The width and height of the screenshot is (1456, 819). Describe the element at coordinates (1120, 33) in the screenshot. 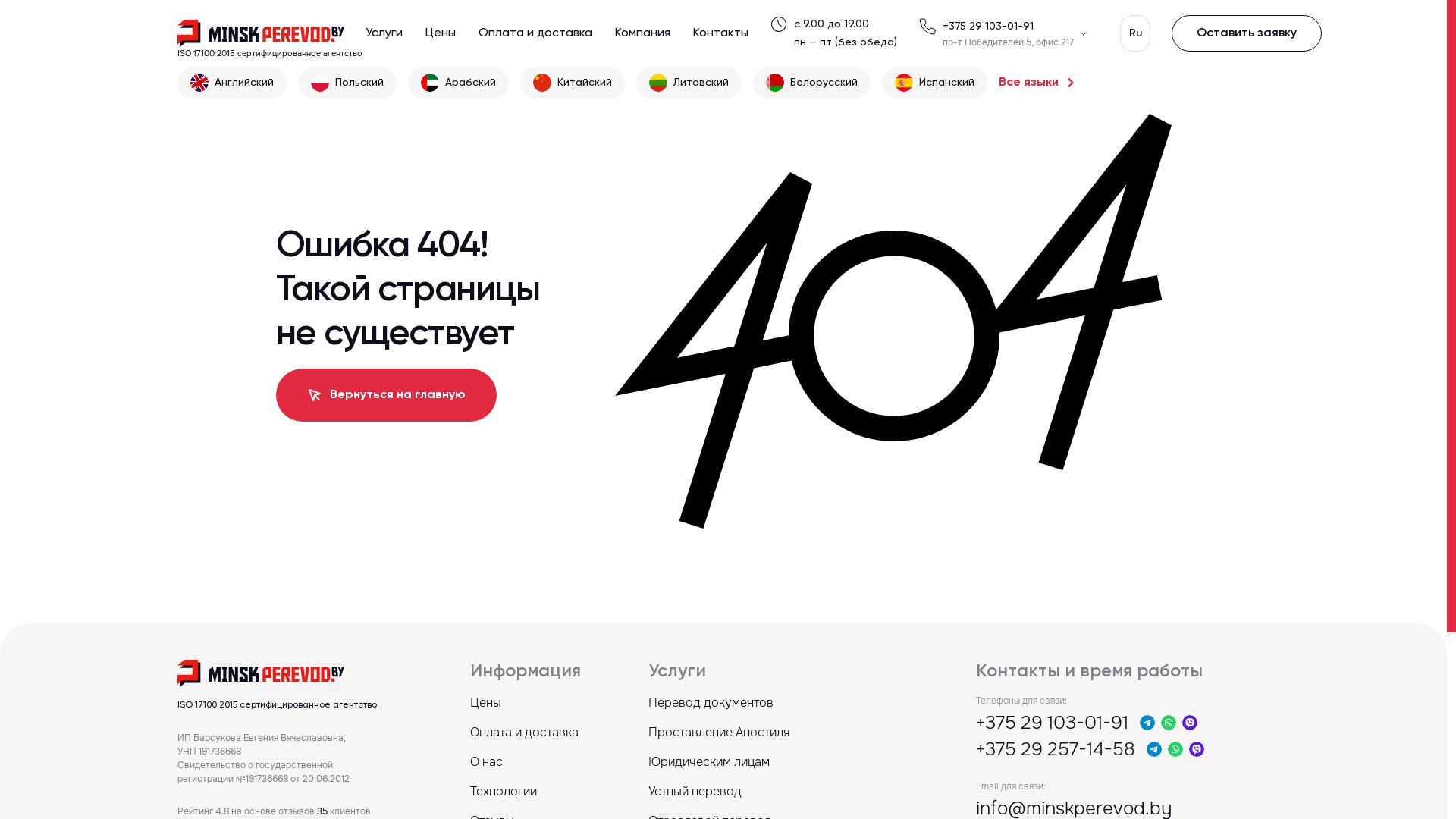

I see `'Ru'` at that location.